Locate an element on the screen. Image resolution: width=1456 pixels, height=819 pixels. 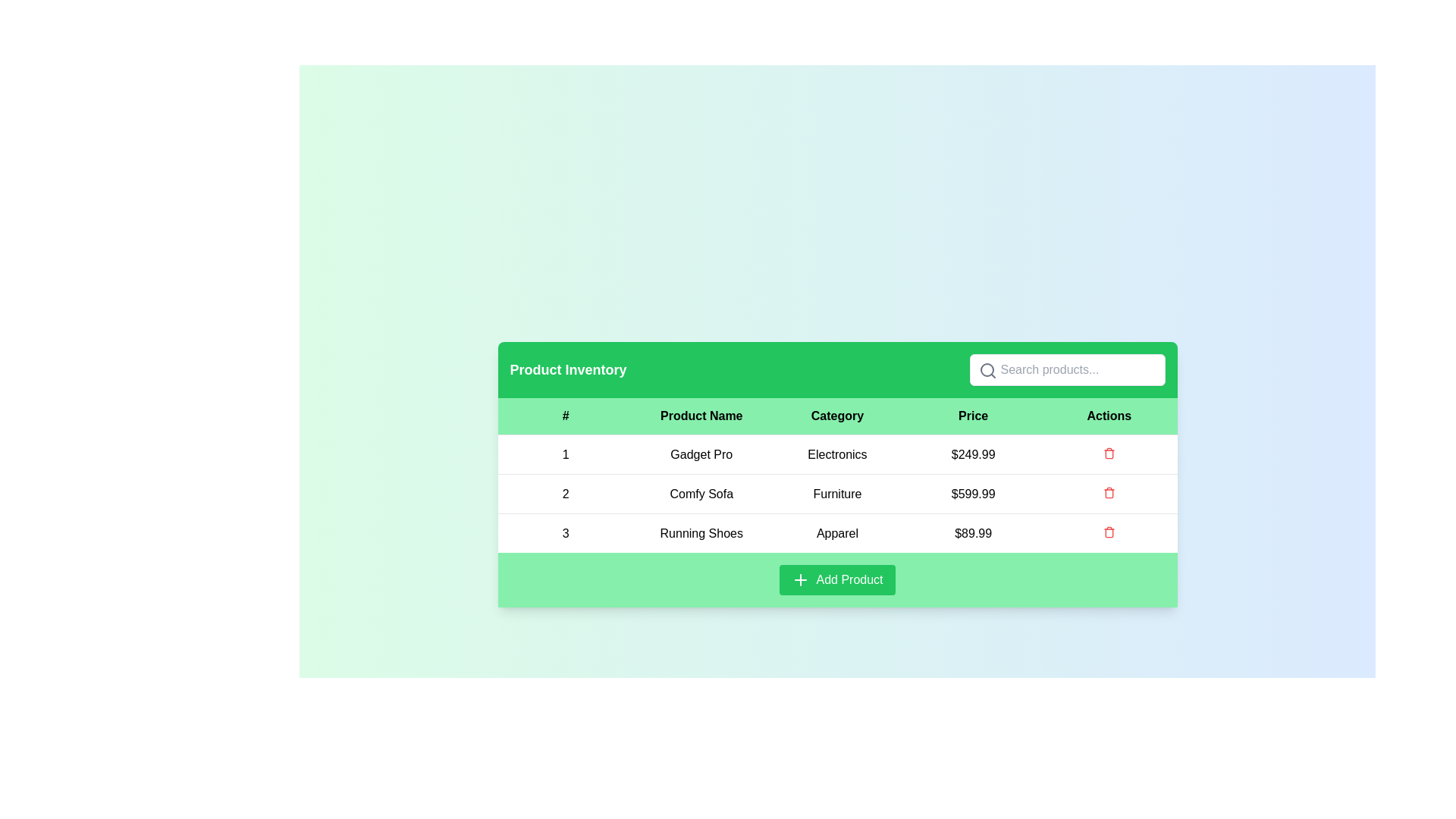
the text label displaying 'Electronics' located in the third column of the first data row in the product table is located at coordinates (836, 453).